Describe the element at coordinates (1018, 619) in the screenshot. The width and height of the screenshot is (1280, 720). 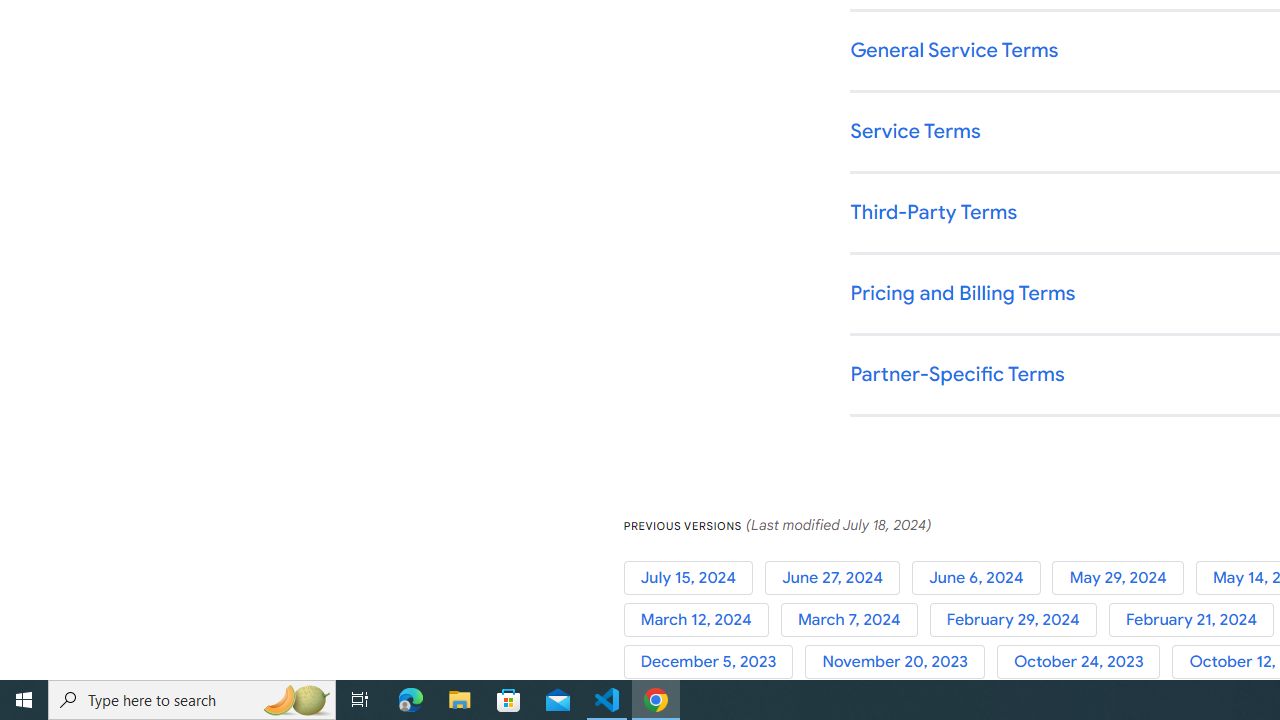
I see `'February 29, 2024'` at that location.